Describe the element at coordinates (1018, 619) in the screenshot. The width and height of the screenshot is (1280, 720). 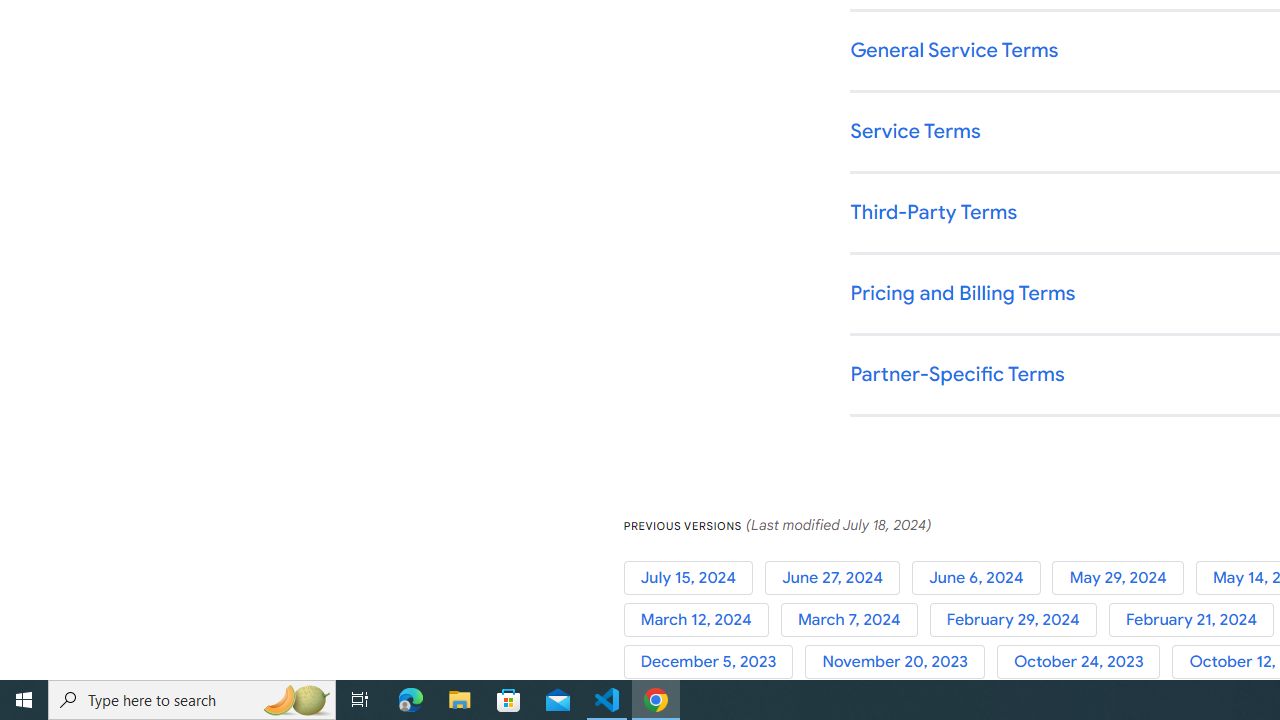
I see `'February 29, 2024'` at that location.